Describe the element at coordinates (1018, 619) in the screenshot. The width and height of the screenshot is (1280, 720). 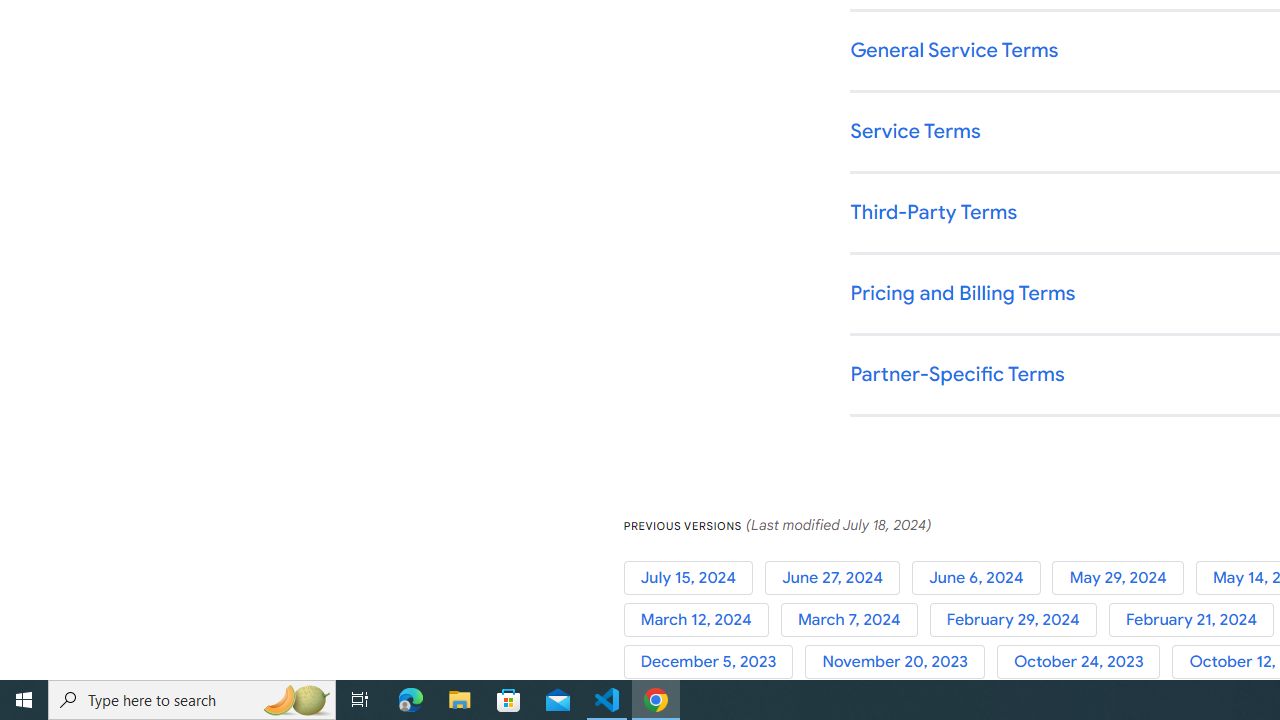
I see `'February 29, 2024'` at that location.